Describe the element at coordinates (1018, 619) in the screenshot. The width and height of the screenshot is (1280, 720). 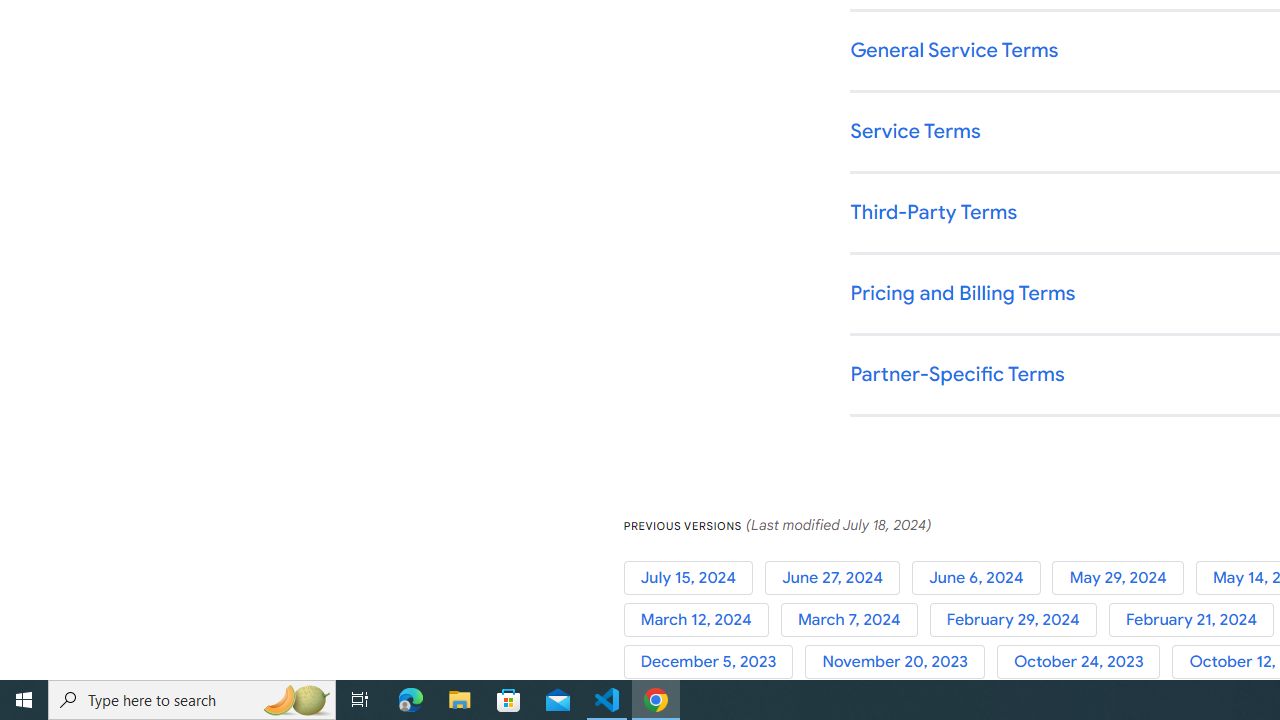
I see `'February 29, 2024'` at that location.